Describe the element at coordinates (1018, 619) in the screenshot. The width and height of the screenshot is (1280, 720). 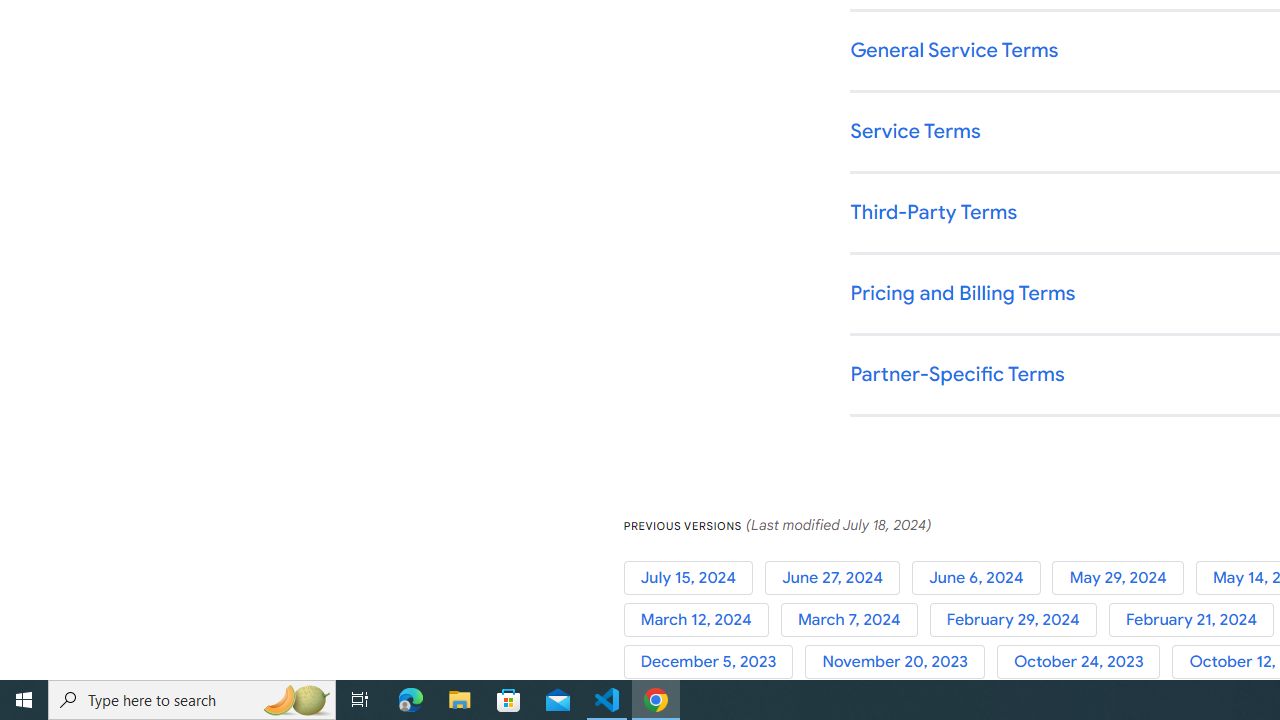
I see `'February 29, 2024'` at that location.